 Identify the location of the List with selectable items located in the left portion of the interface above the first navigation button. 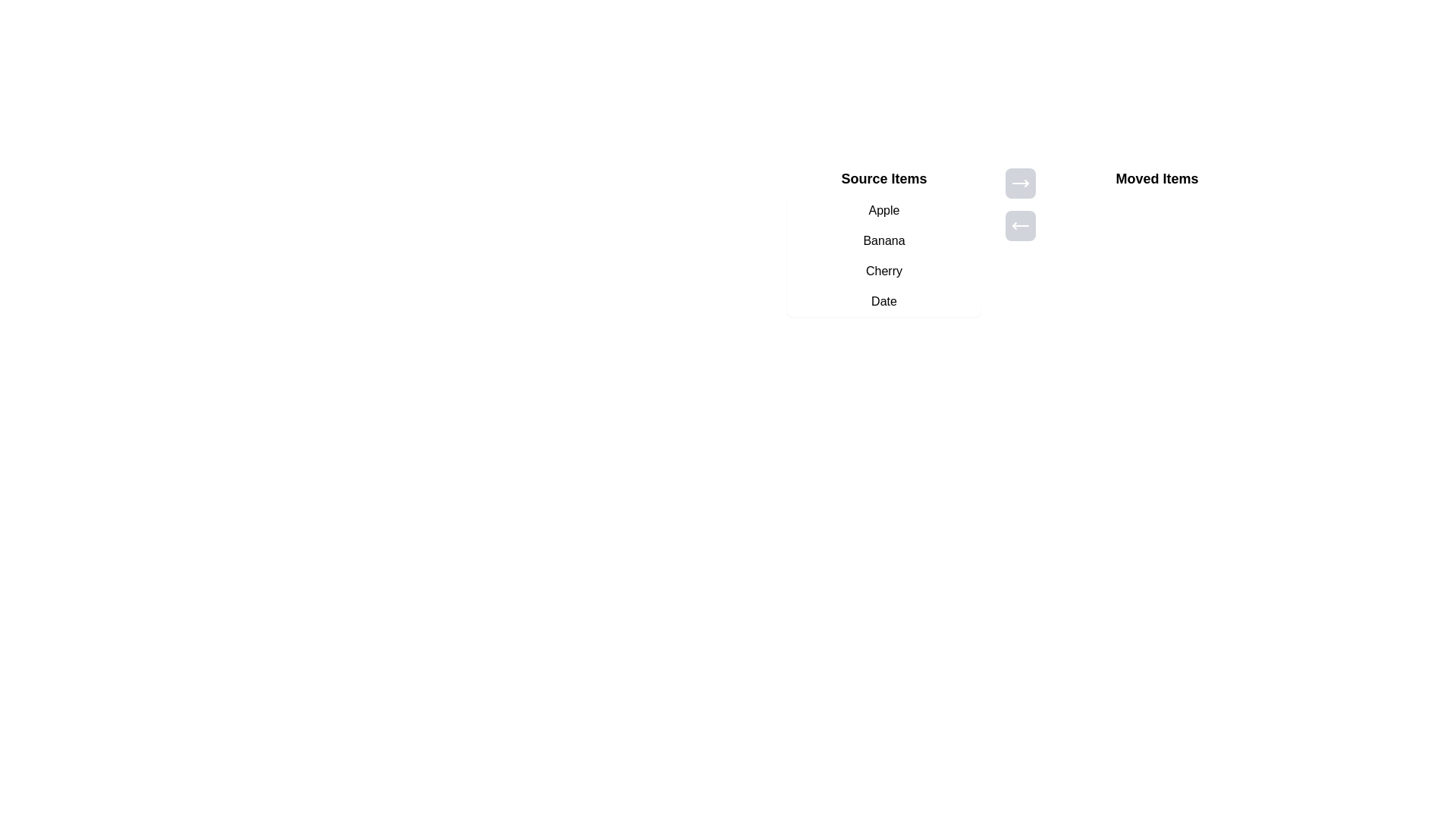
(884, 242).